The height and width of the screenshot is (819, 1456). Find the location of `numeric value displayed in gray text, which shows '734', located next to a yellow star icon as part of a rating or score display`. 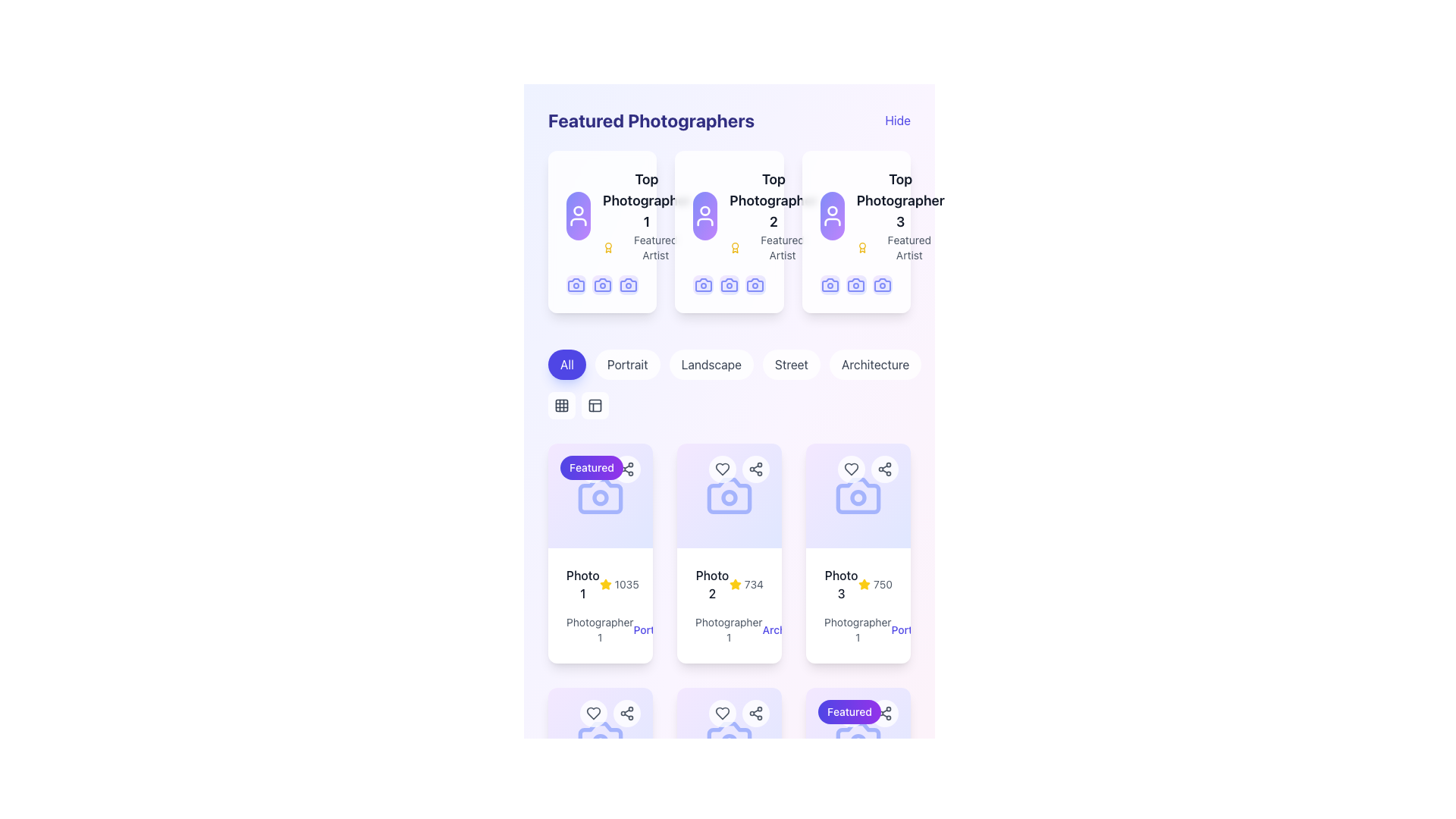

numeric value displayed in gray text, which shows '734', located next to a yellow star icon as part of a rating or score display is located at coordinates (754, 584).